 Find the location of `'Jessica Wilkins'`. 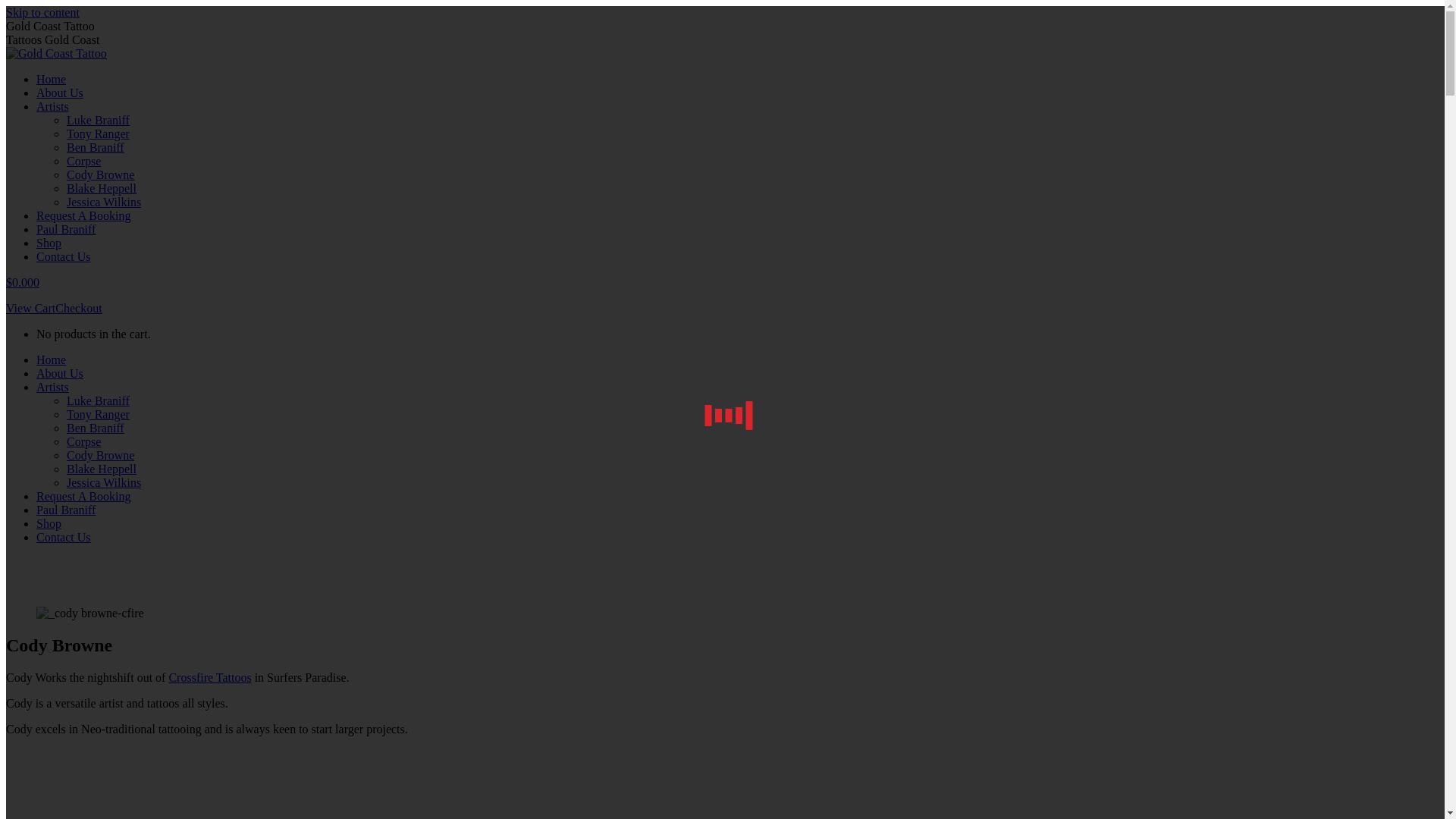

'Jessica Wilkins' is located at coordinates (103, 201).